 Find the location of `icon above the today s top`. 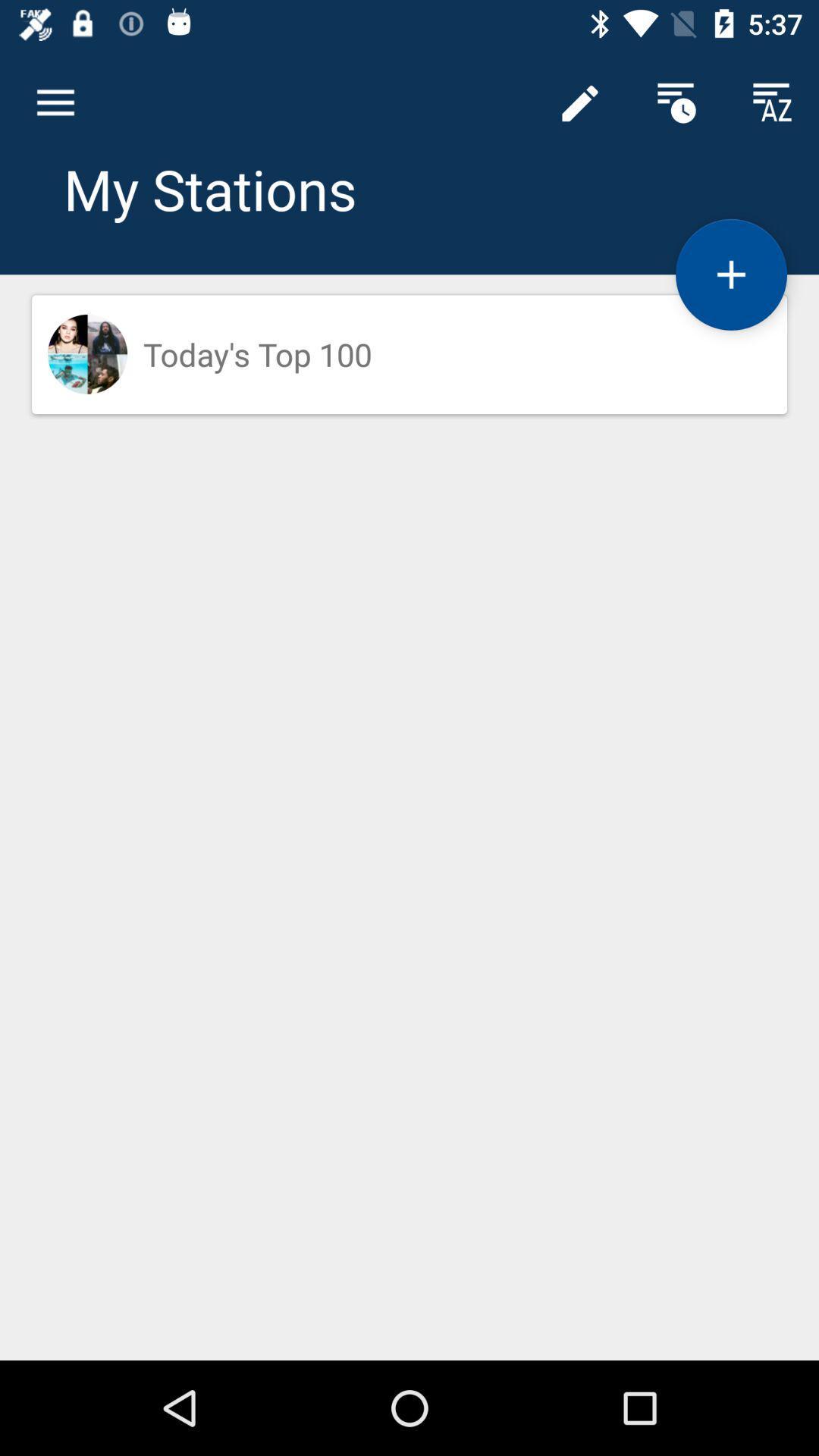

icon above the today s top is located at coordinates (579, 102).